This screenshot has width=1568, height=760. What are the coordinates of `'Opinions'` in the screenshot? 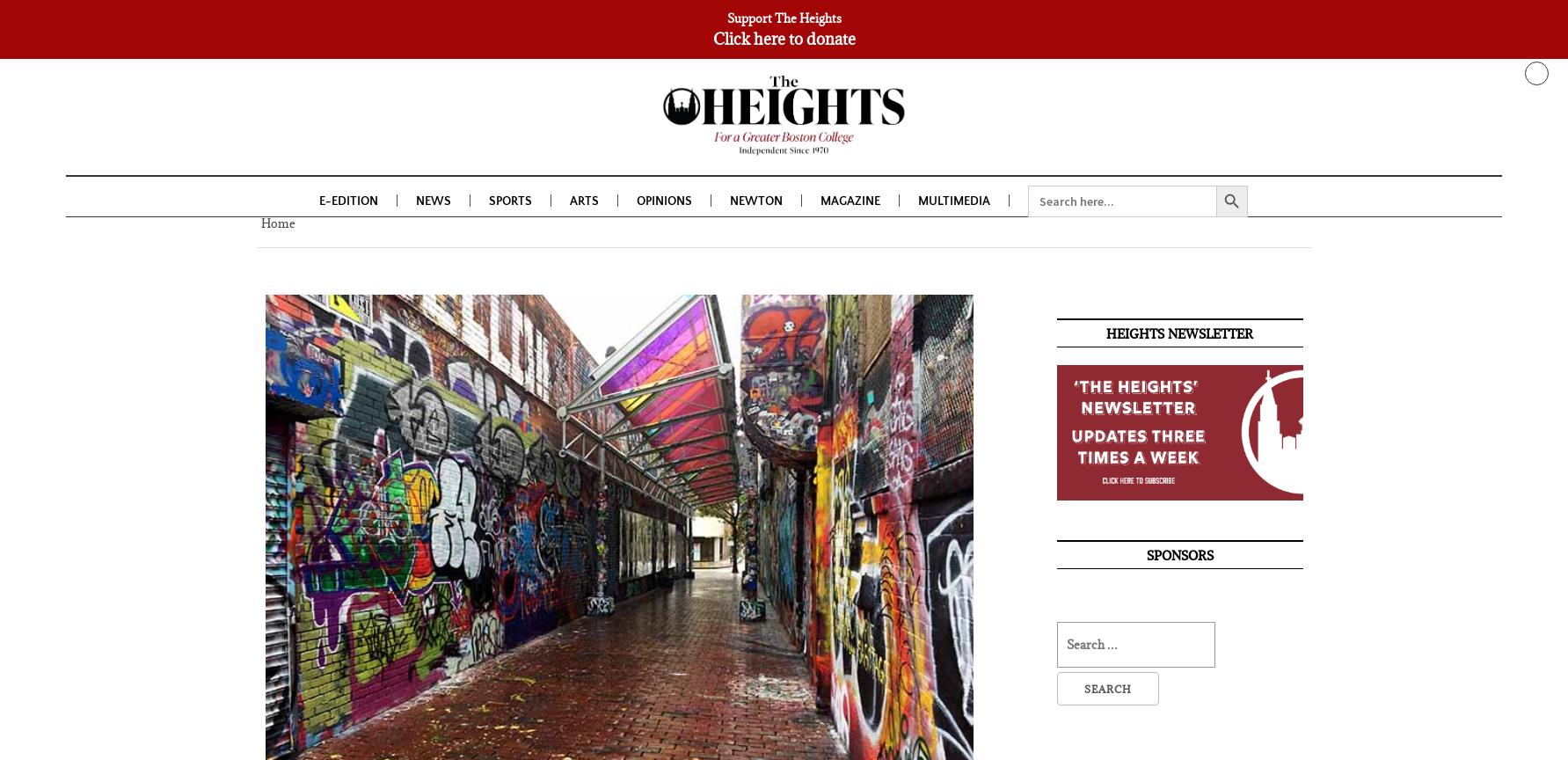 It's located at (636, 205).